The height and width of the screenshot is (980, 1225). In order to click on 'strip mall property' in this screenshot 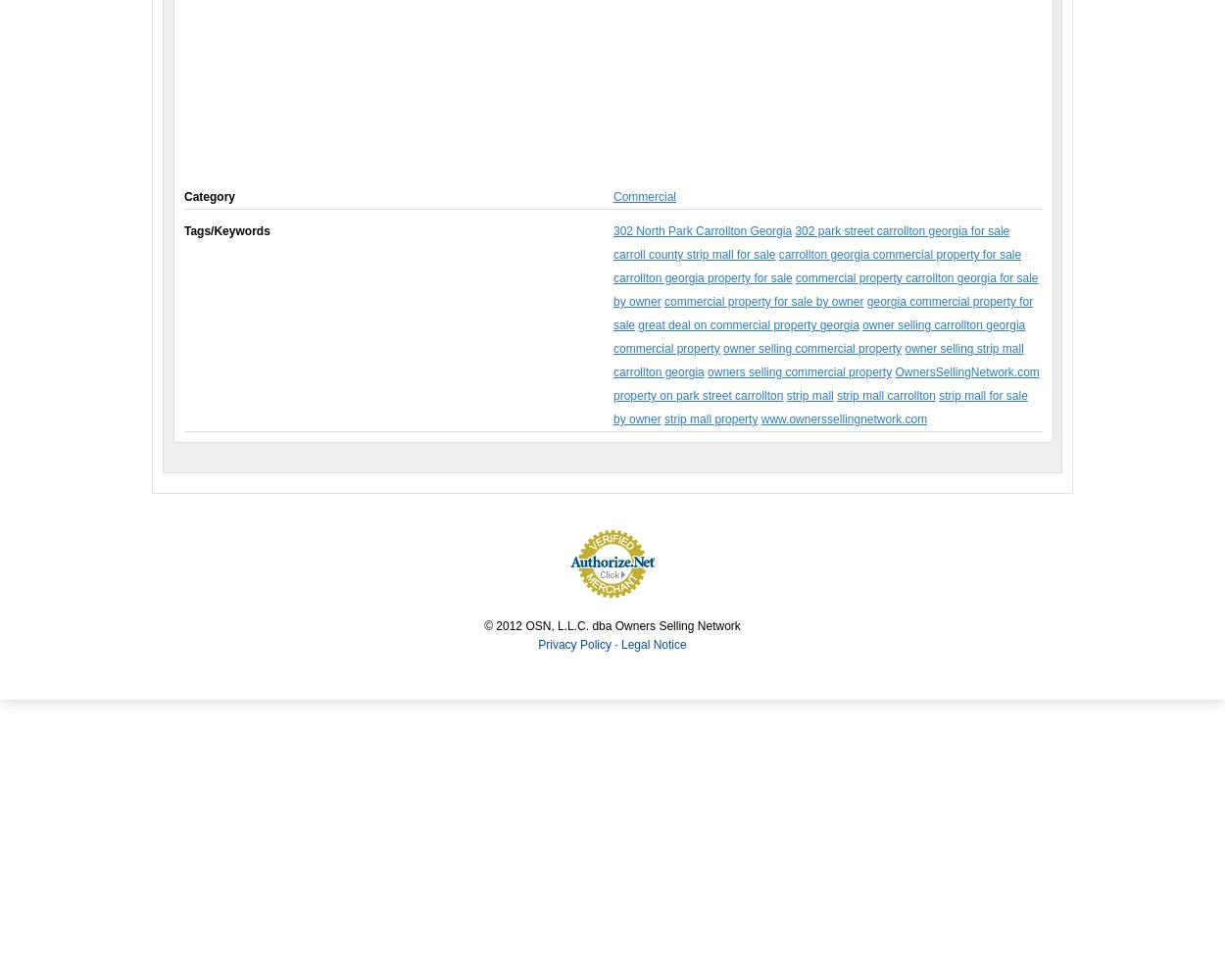, I will do `click(710, 419)`.